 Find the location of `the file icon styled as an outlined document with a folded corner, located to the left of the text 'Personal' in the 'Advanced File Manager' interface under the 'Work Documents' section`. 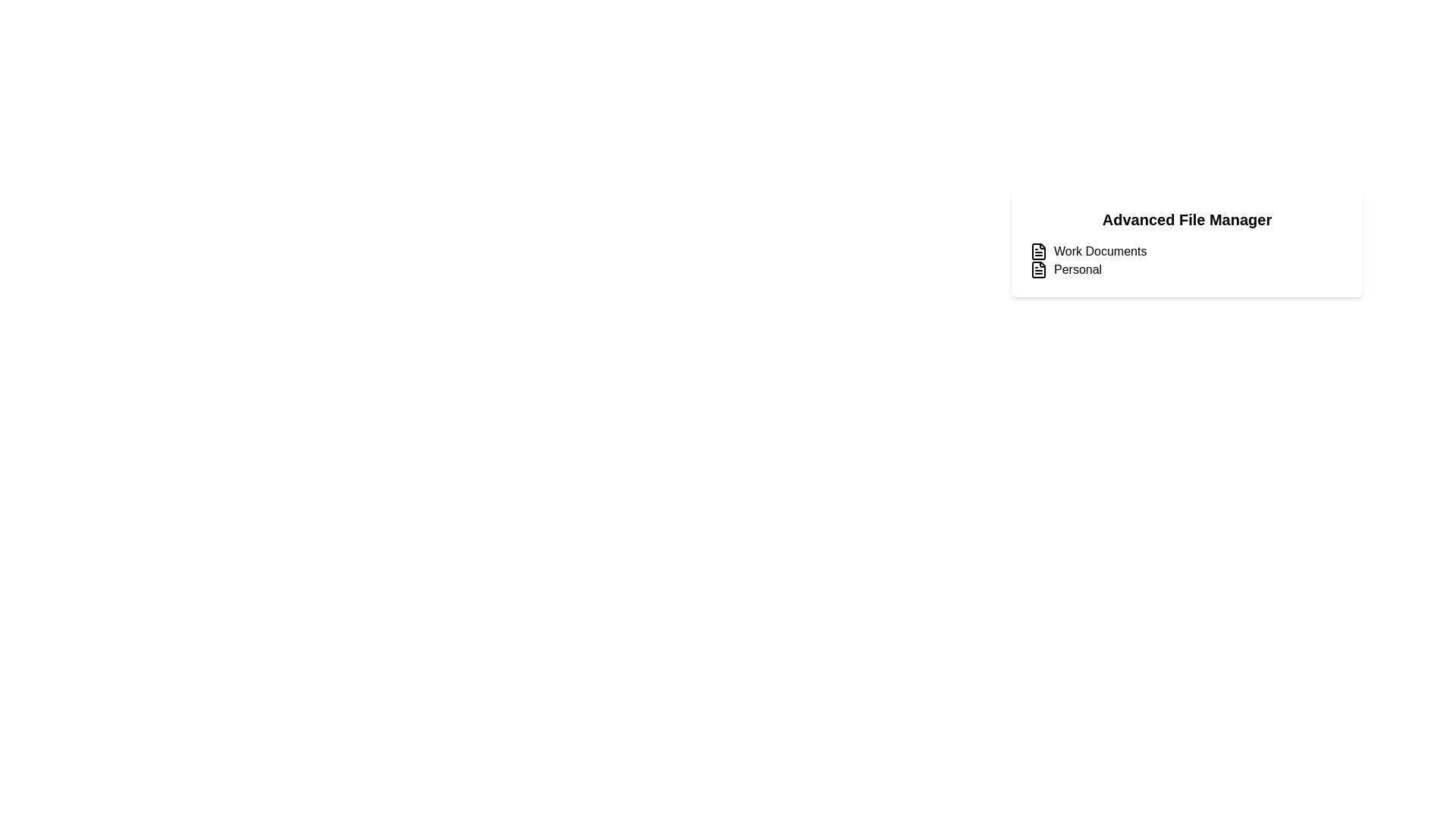

the file icon styled as an outlined document with a folded corner, located to the left of the text 'Personal' in the 'Advanced File Manager' interface under the 'Work Documents' section is located at coordinates (1037, 268).